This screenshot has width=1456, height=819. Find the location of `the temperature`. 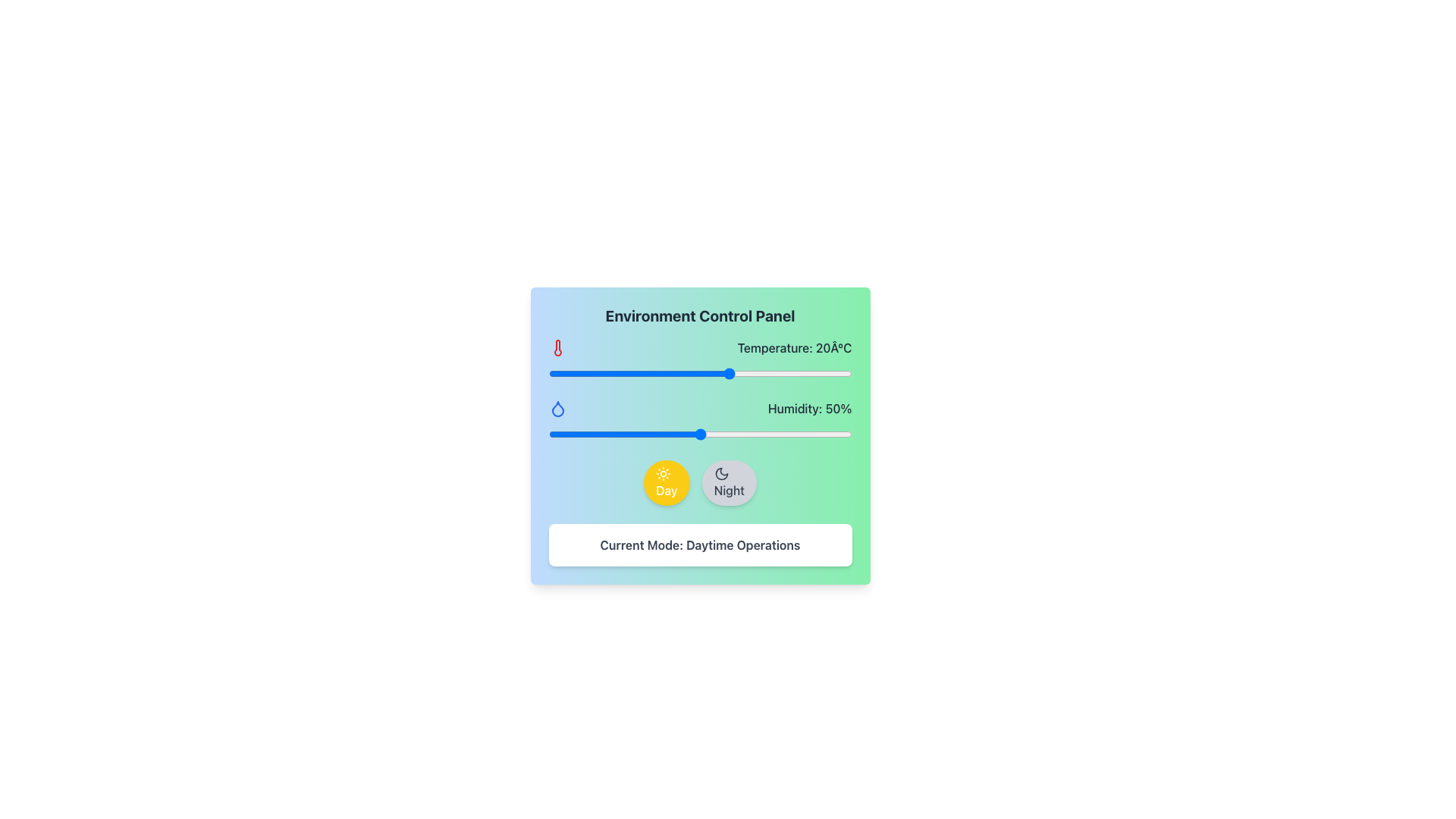

the temperature is located at coordinates (717, 374).